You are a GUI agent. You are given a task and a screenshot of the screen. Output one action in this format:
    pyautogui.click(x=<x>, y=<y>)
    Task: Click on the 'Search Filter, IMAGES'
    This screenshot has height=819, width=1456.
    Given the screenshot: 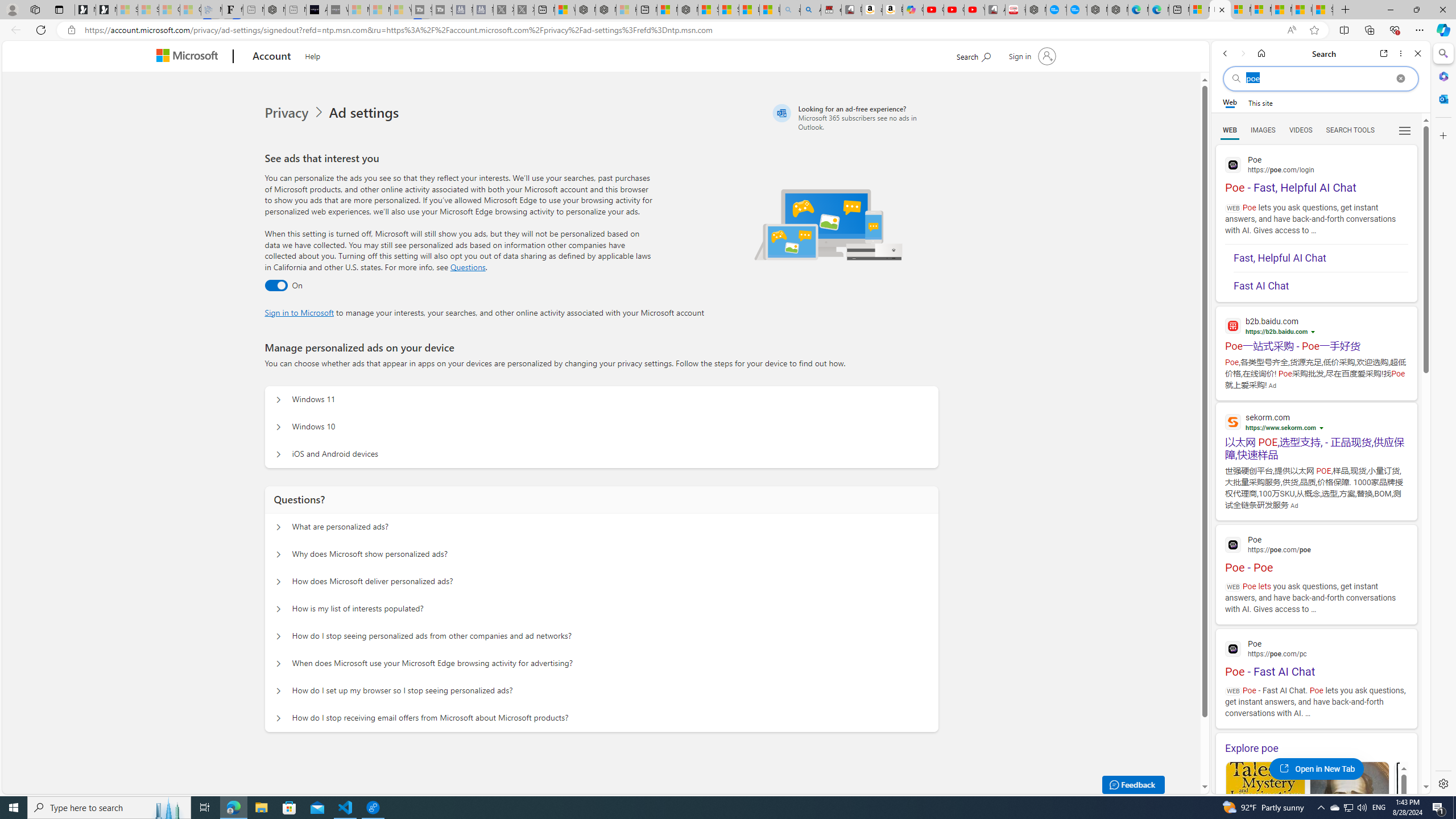 What is the action you would take?
    pyautogui.click(x=1262, y=129)
    